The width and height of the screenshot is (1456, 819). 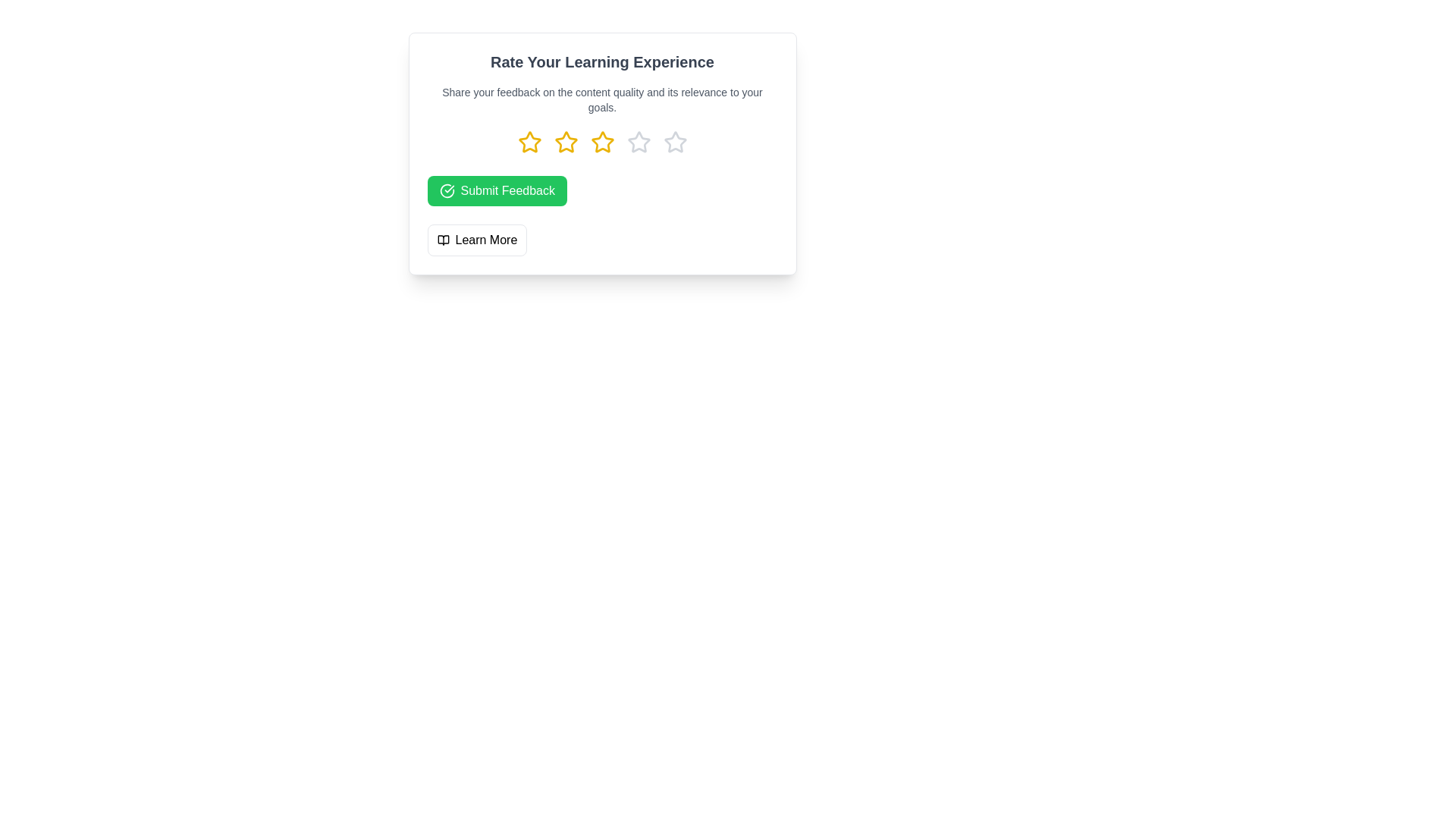 I want to click on the 'Submit Feedback' button, so click(x=497, y=190).